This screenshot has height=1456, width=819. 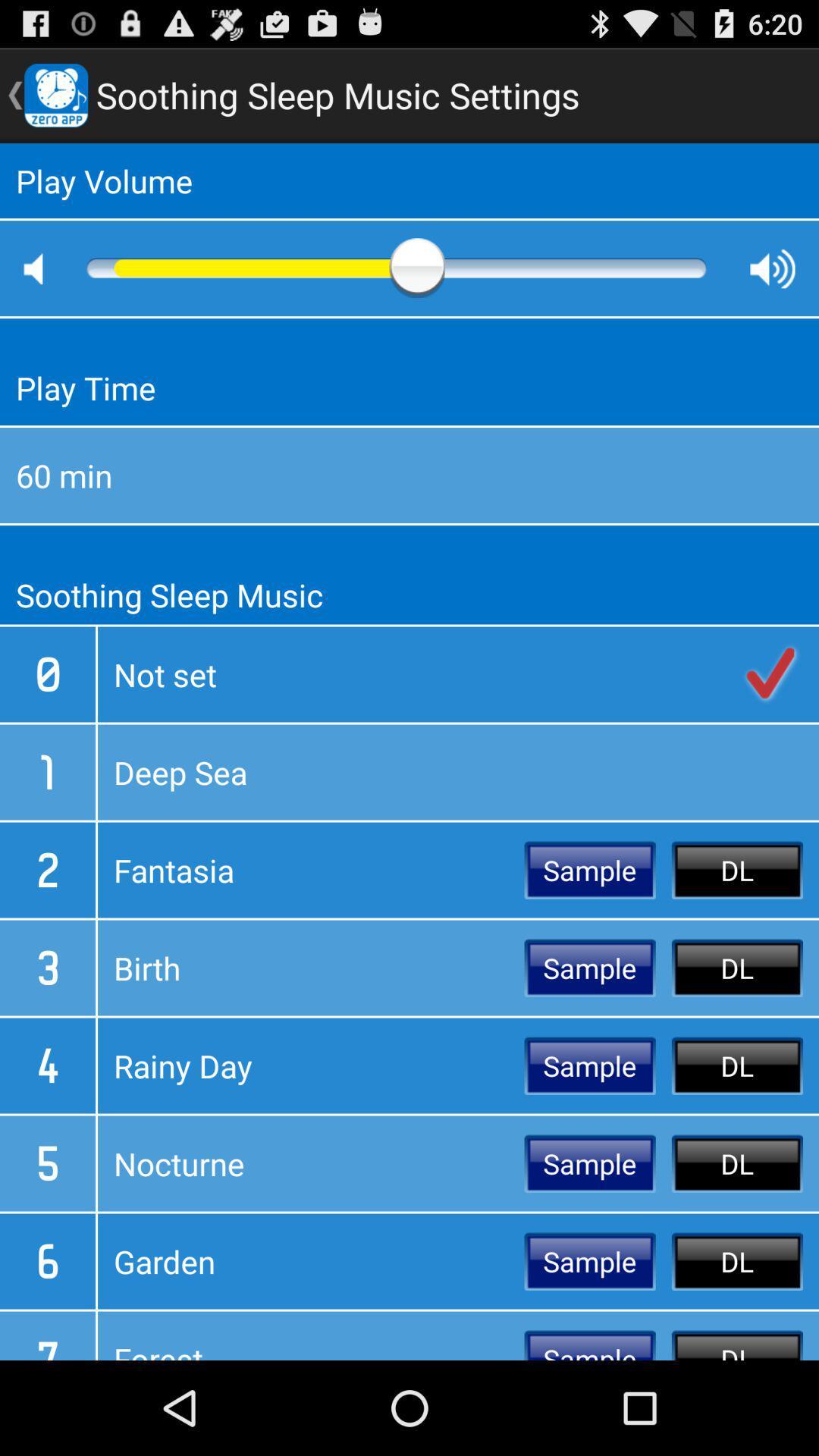 What do you see at coordinates (46, 772) in the screenshot?
I see `the 1` at bounding box center [46, 772].